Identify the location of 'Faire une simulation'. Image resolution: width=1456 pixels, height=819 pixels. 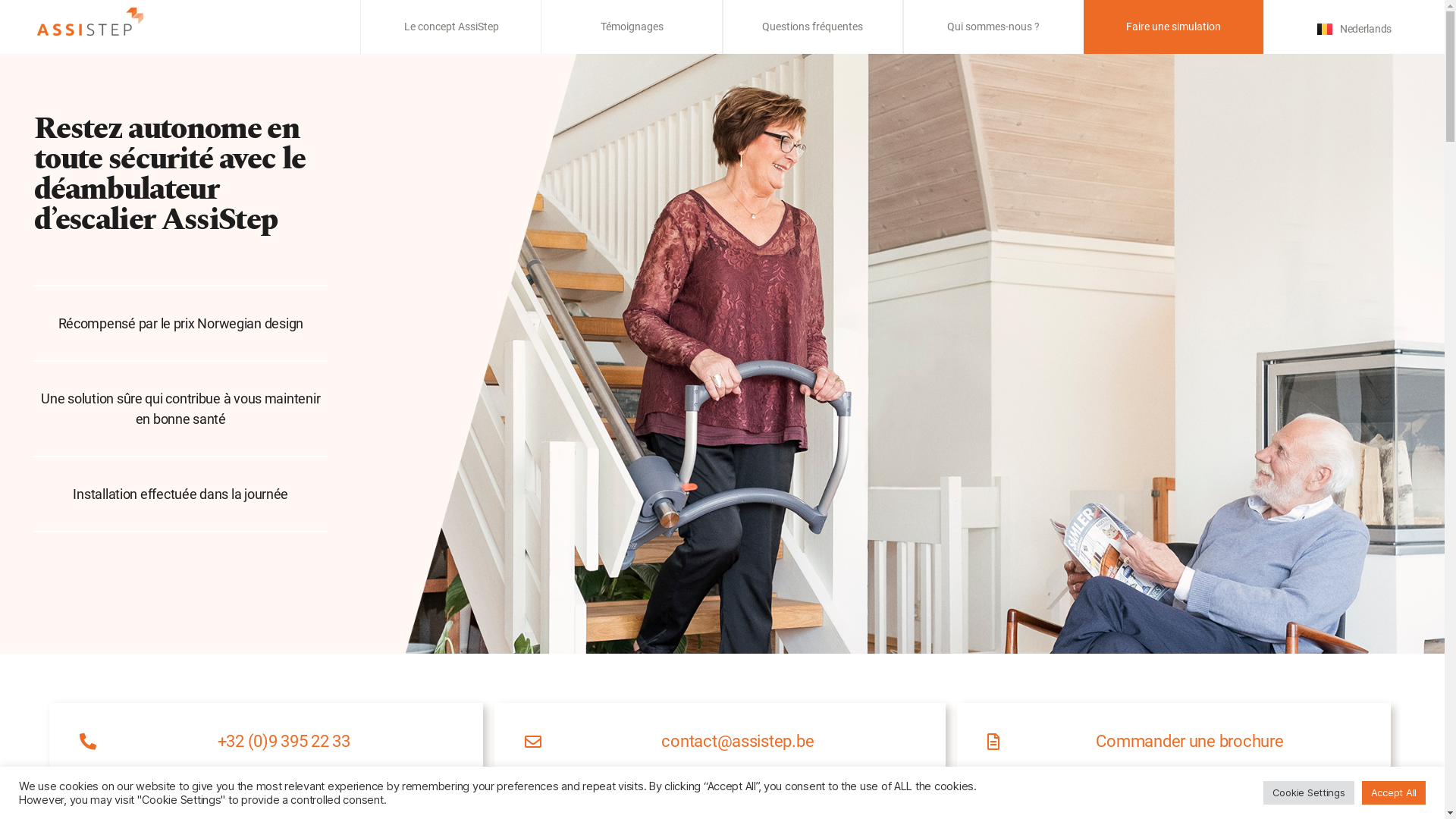
(1125, 26).